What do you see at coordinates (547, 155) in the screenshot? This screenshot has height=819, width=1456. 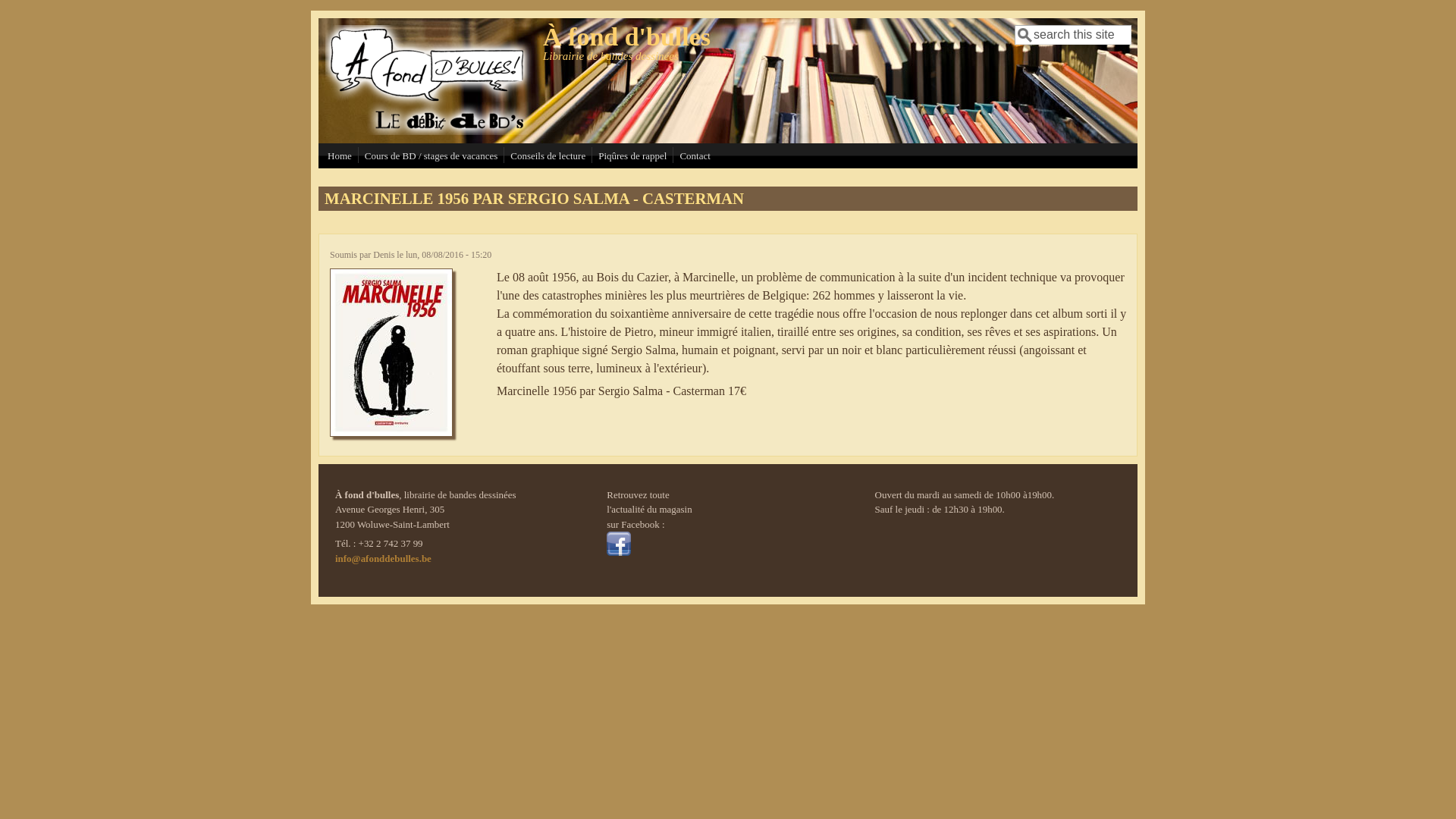 I see `'Conseils de lecture'` at bounding box center [547, 155].